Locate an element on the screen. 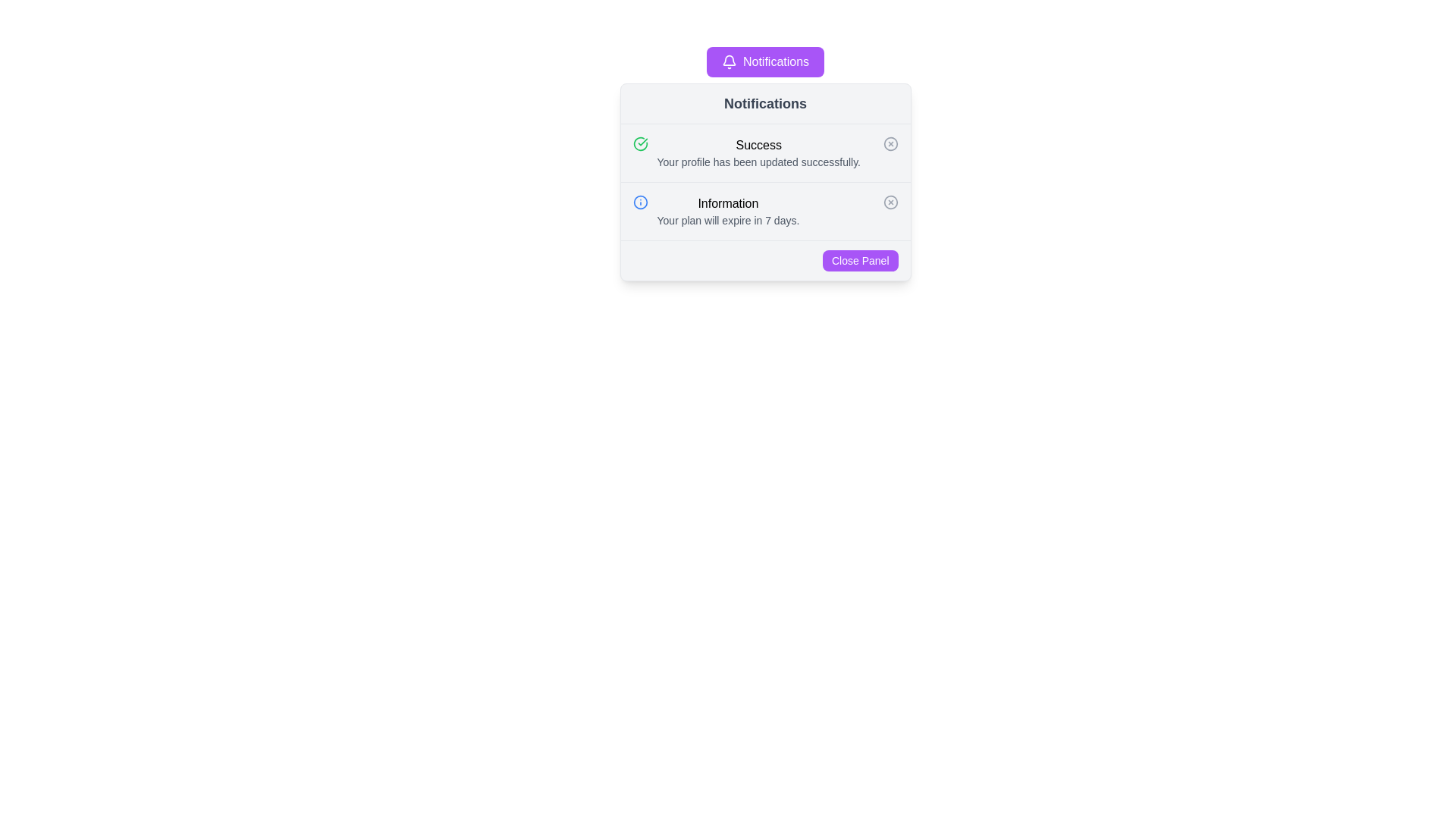 This screenshot has width=1456, height=819. the close button at the bottom-right corner of the Notifications panel is located at coordinates (860, 259).